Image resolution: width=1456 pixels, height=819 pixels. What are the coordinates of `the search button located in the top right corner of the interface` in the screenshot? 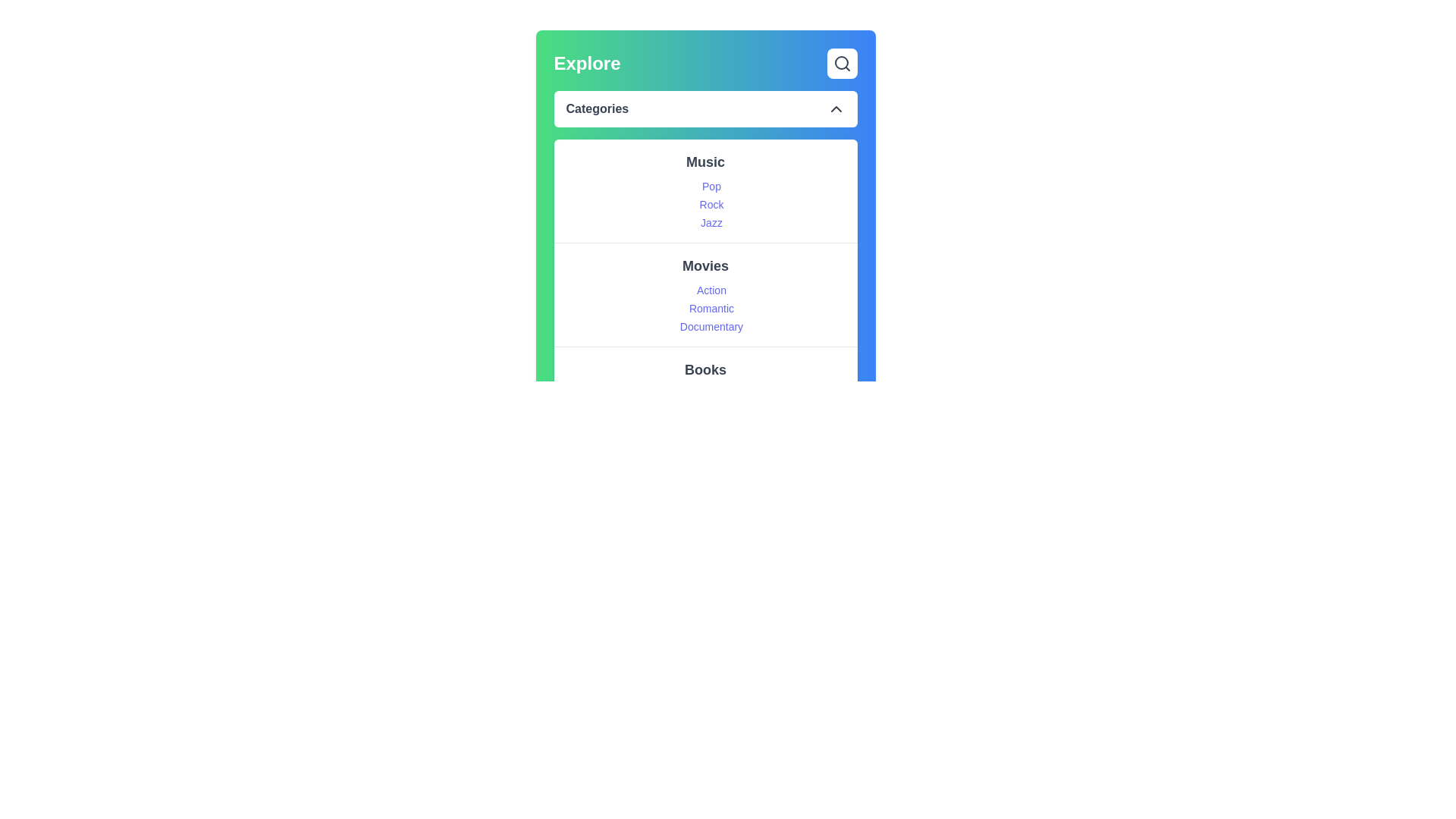 It's located at (841, 63).